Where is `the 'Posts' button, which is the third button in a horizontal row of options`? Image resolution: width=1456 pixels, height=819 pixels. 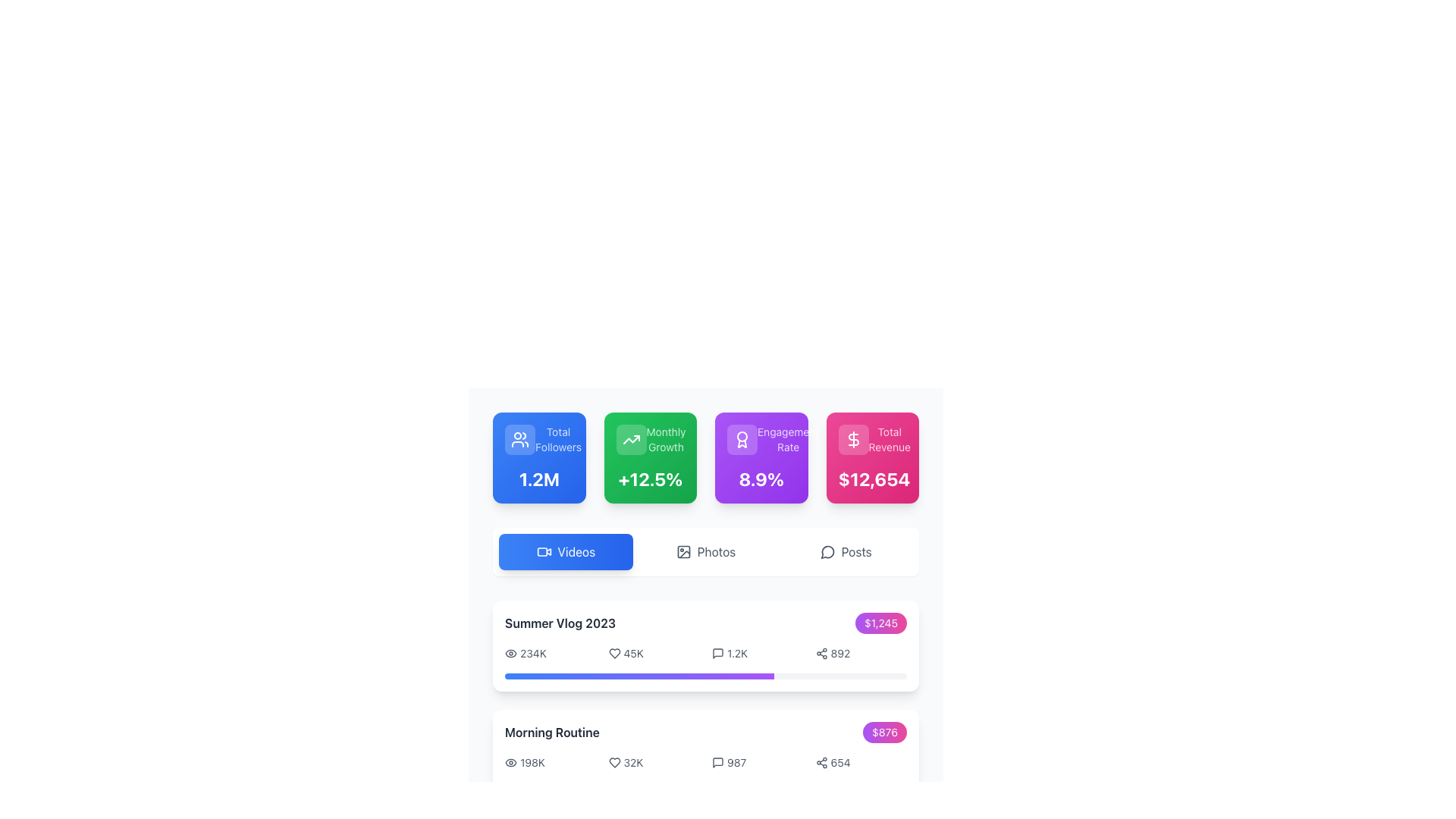 the 'Posts' button, which is the third button in a horizontal row of options is located at coordinates (845, 552).